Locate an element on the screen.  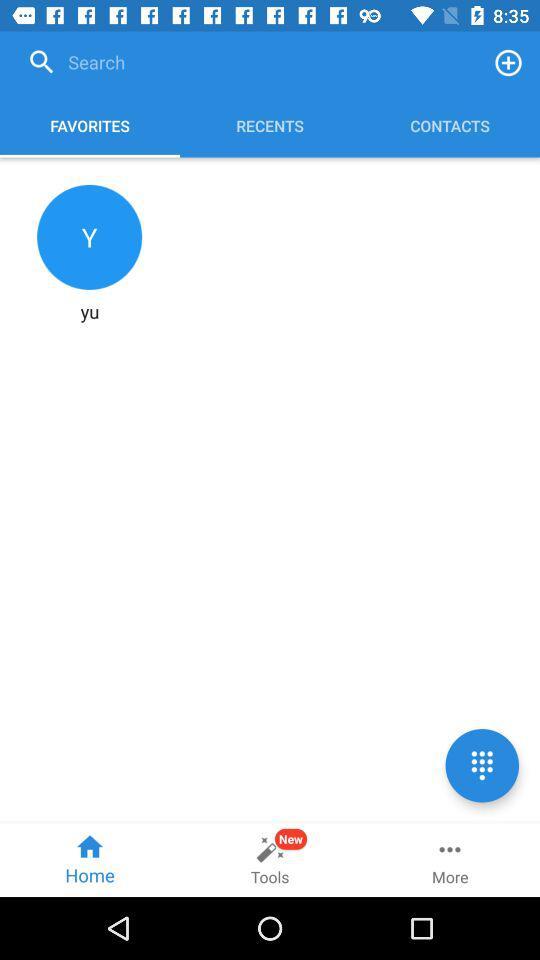
the dialpad icon is located at coordinates (481, 764).